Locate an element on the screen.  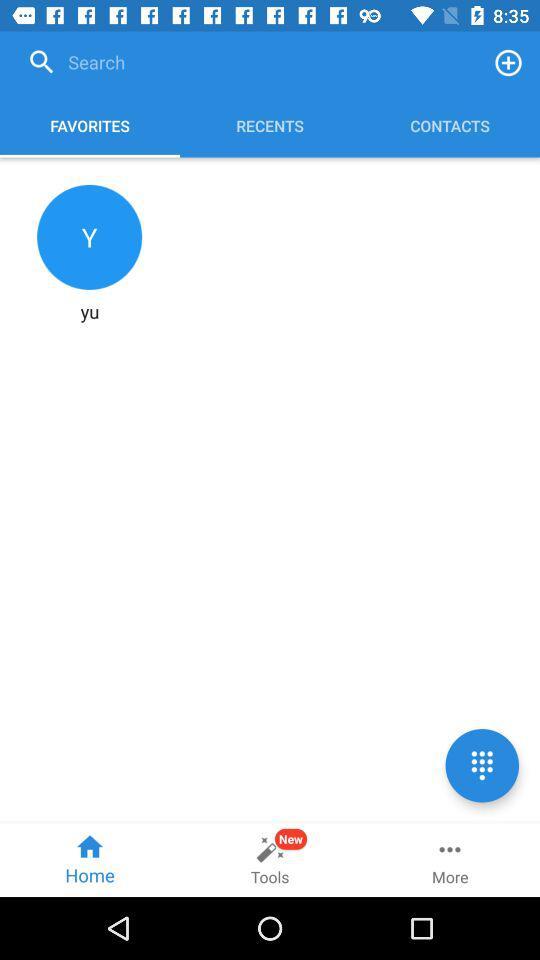
the dialpad icon is located at coordinates (481, 764).